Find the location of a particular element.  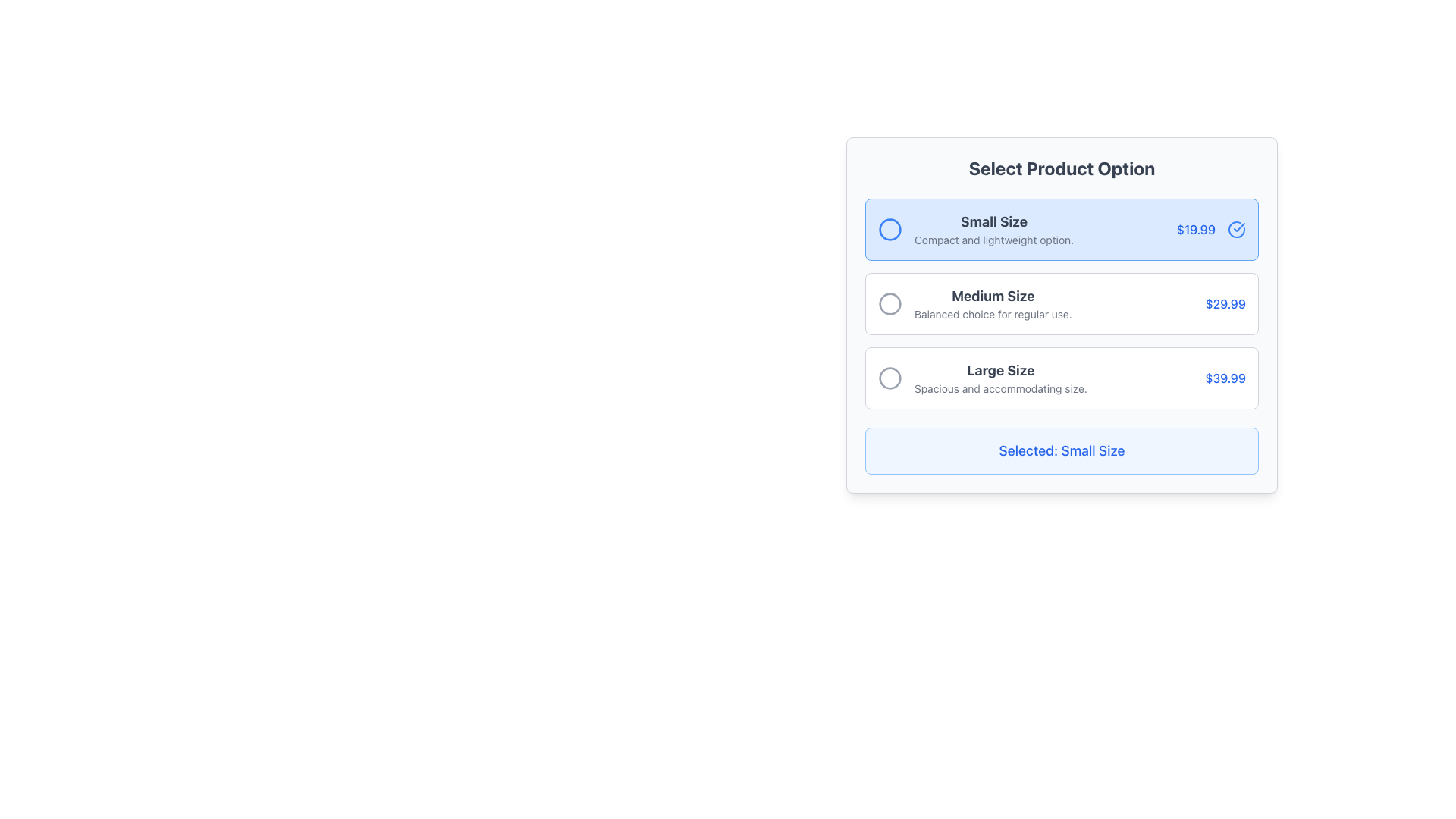

the header text label that reads 'Select Product Option', which is styled with a bold font and centered alignment, located at the top of a card-like section is located at coordinates (1061, 168).